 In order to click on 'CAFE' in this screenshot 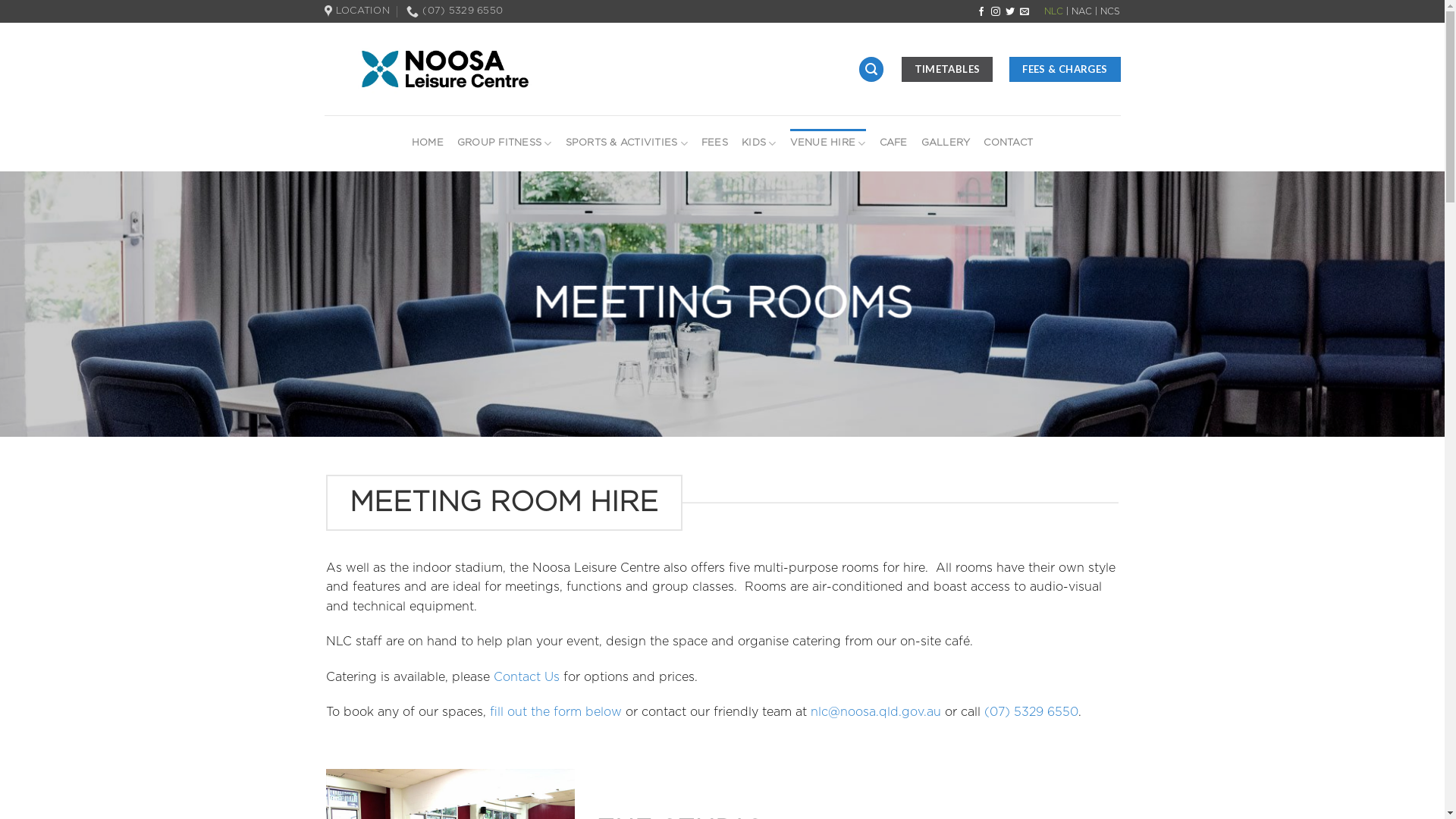, I will do `click(893, 143)`.